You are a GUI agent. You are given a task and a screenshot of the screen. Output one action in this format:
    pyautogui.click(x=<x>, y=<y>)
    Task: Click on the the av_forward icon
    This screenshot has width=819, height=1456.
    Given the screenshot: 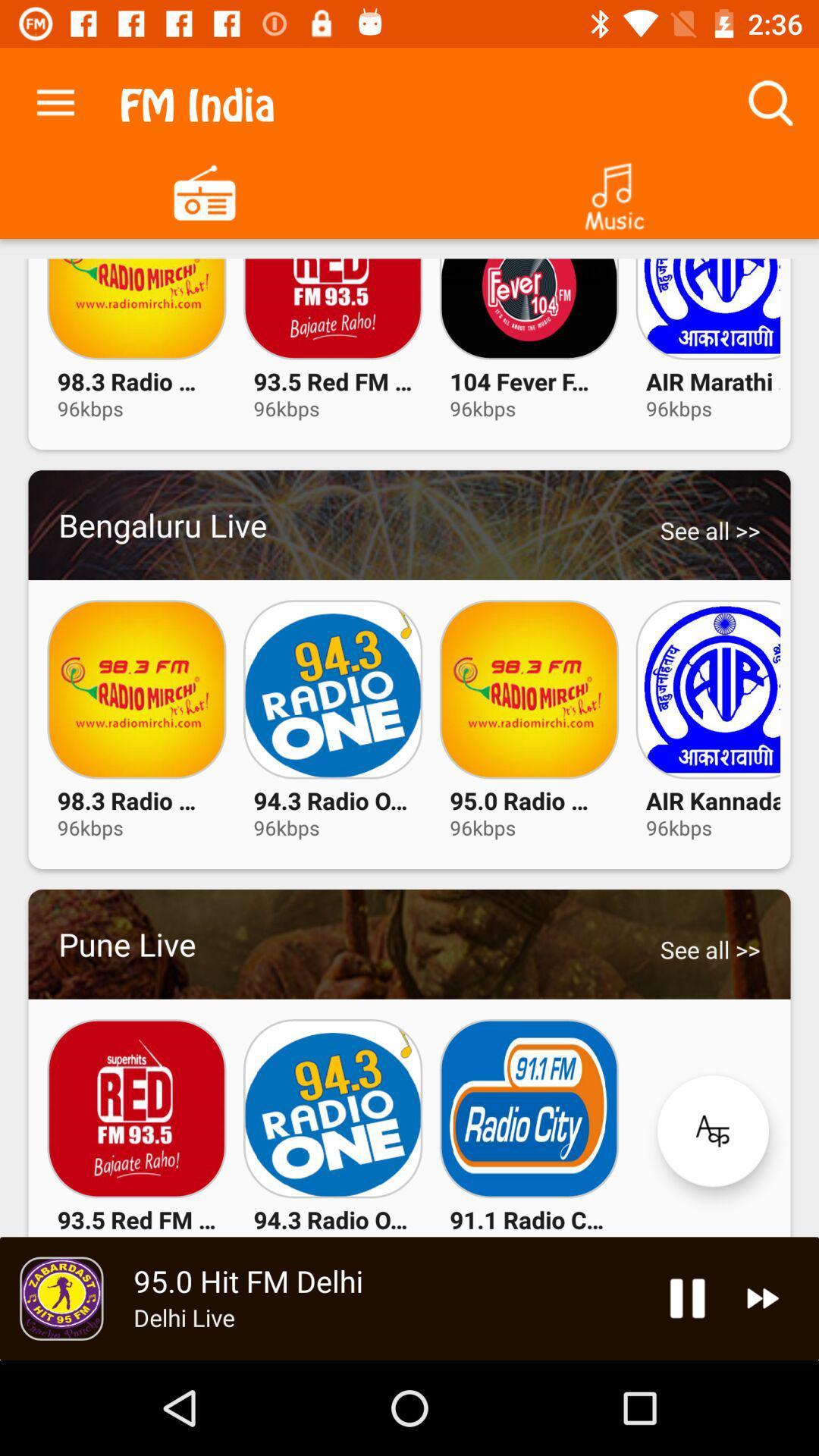 What is the action you would take?
    pyautogui.click(x=763, y=1298)
    